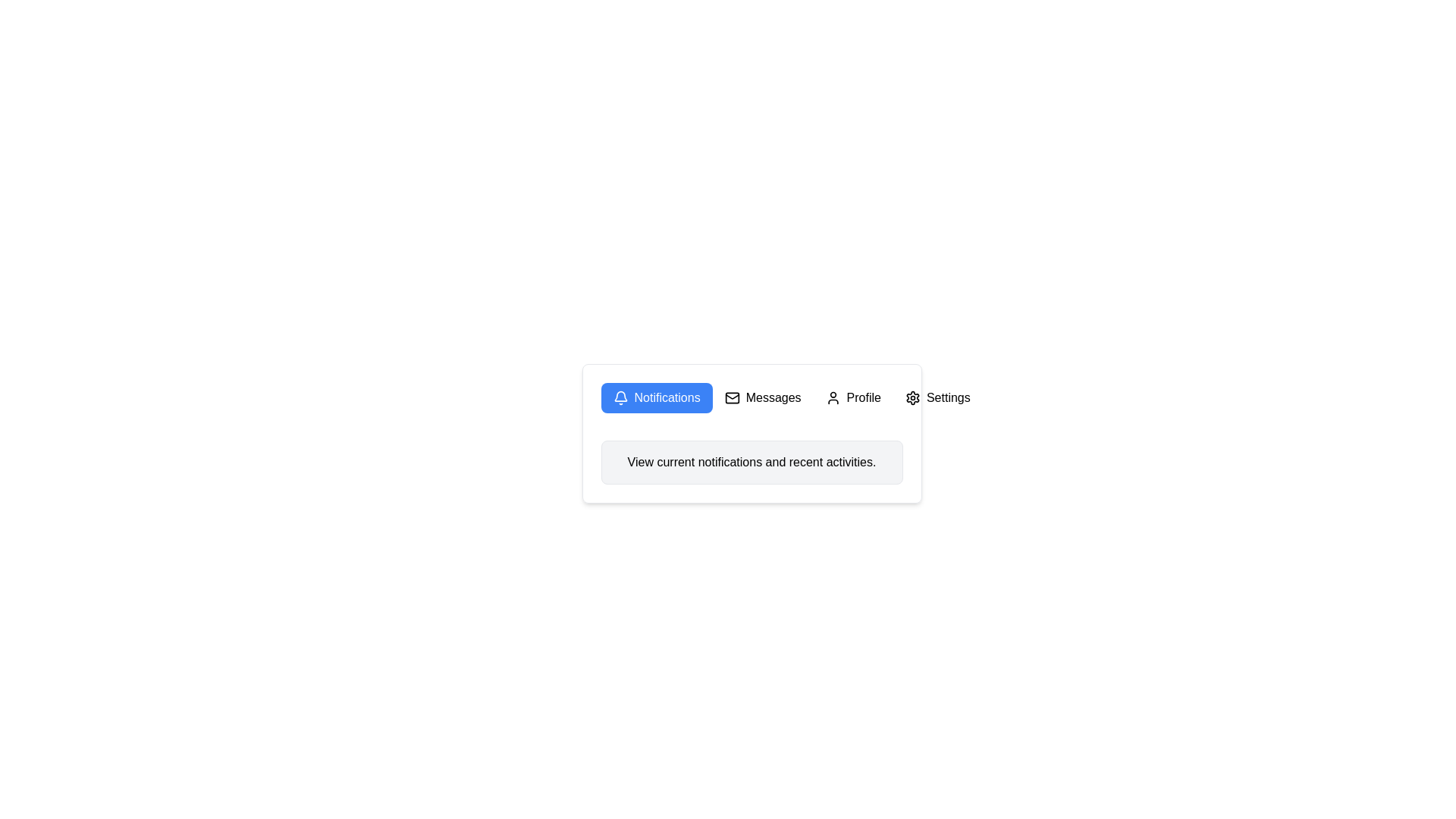 This screenshot has width=1456, height=819. I want to click on the 'Settings' text label located at the far right of the menu items, following the gear icon, so click(947, 397).